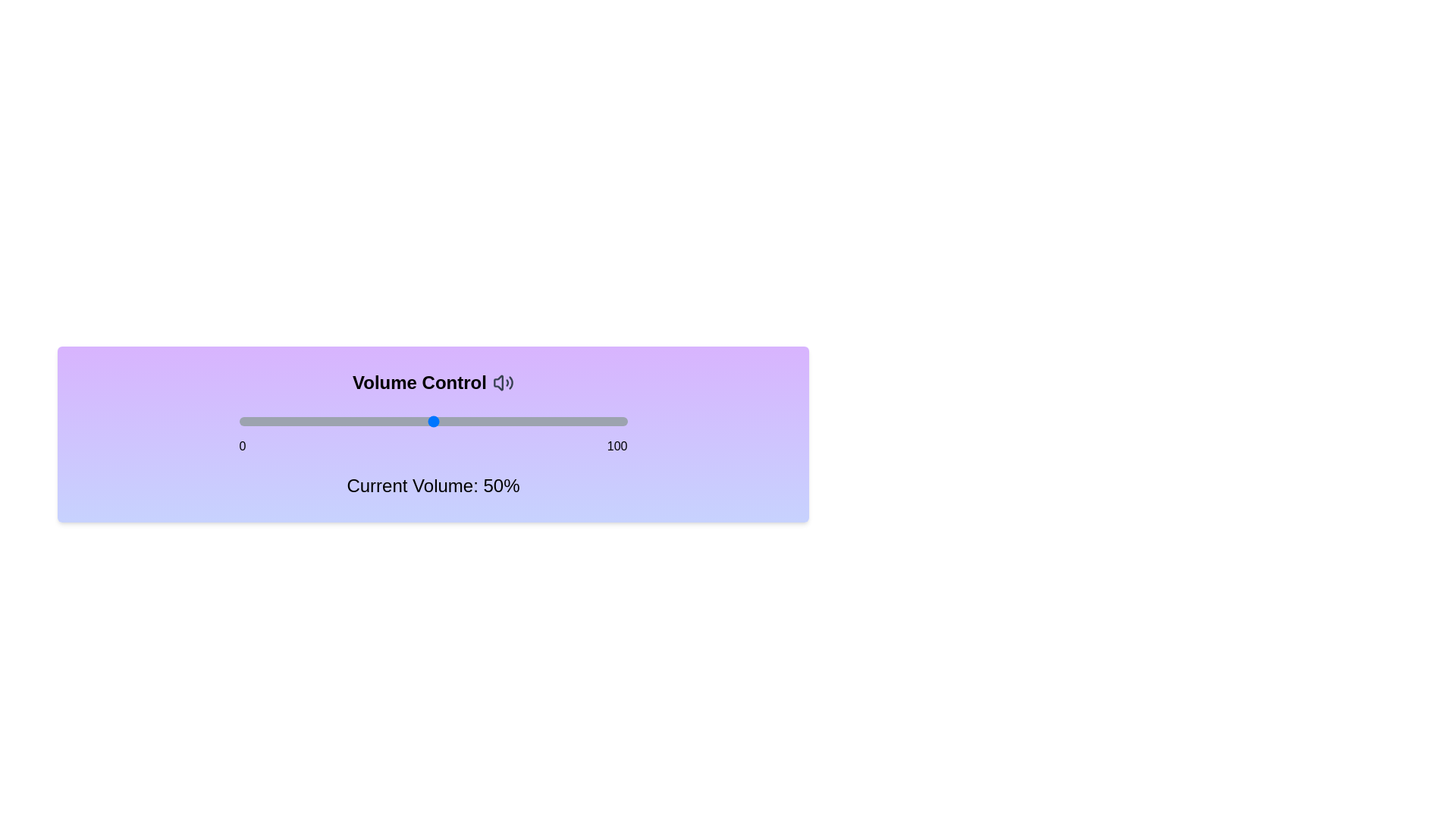  I want to click on the volume to 71% by dragging the slider, so click(515, 421).